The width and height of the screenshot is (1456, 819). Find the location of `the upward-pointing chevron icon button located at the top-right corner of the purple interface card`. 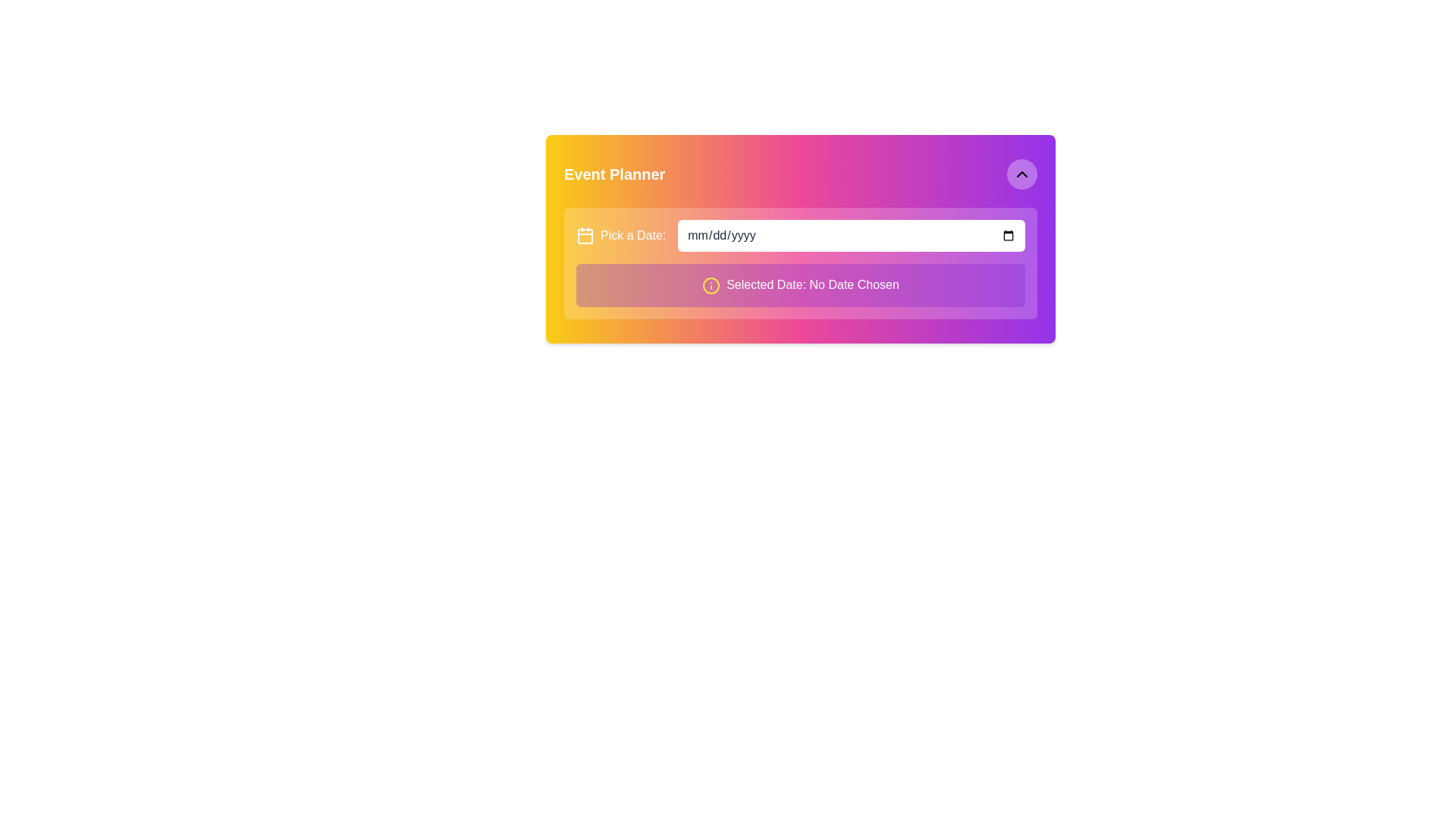

the upward-pointing chevron icon button located at the top-right corner of the purple interface card is located at coordinates (1022, 174).